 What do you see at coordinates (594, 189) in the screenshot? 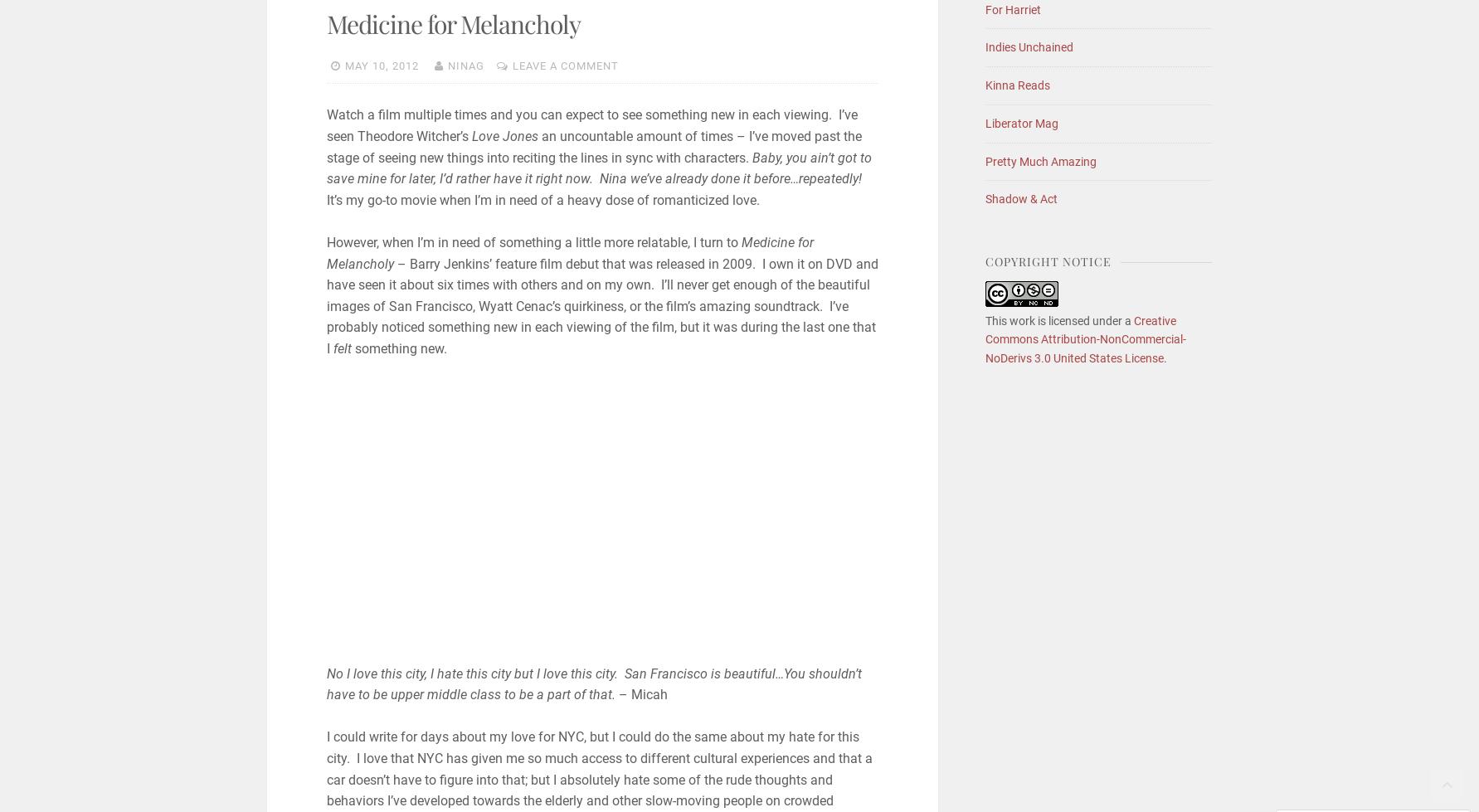
I see `'It’s my go-to movie when I’m in need of a heavy dose of romanticized love.'` at bounding box center [594, 189].